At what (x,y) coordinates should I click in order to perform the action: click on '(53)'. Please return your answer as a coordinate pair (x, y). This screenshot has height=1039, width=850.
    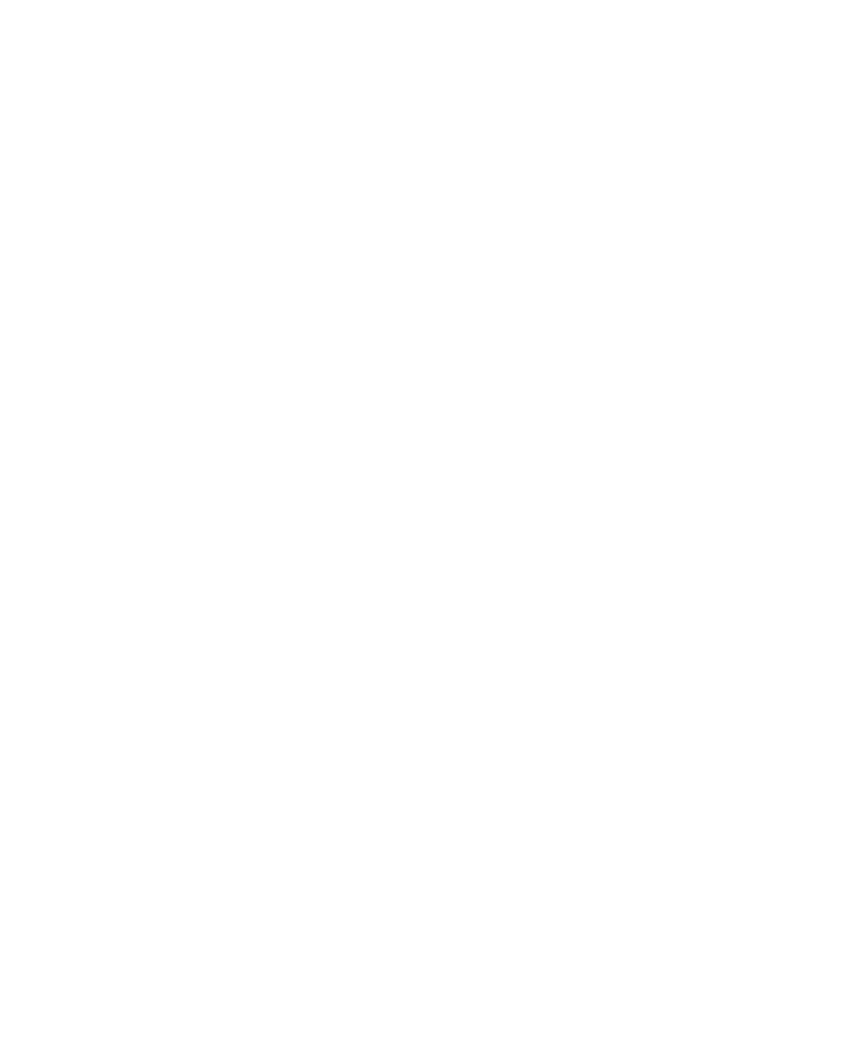
    Looking at the image, I should click on (171, 568).